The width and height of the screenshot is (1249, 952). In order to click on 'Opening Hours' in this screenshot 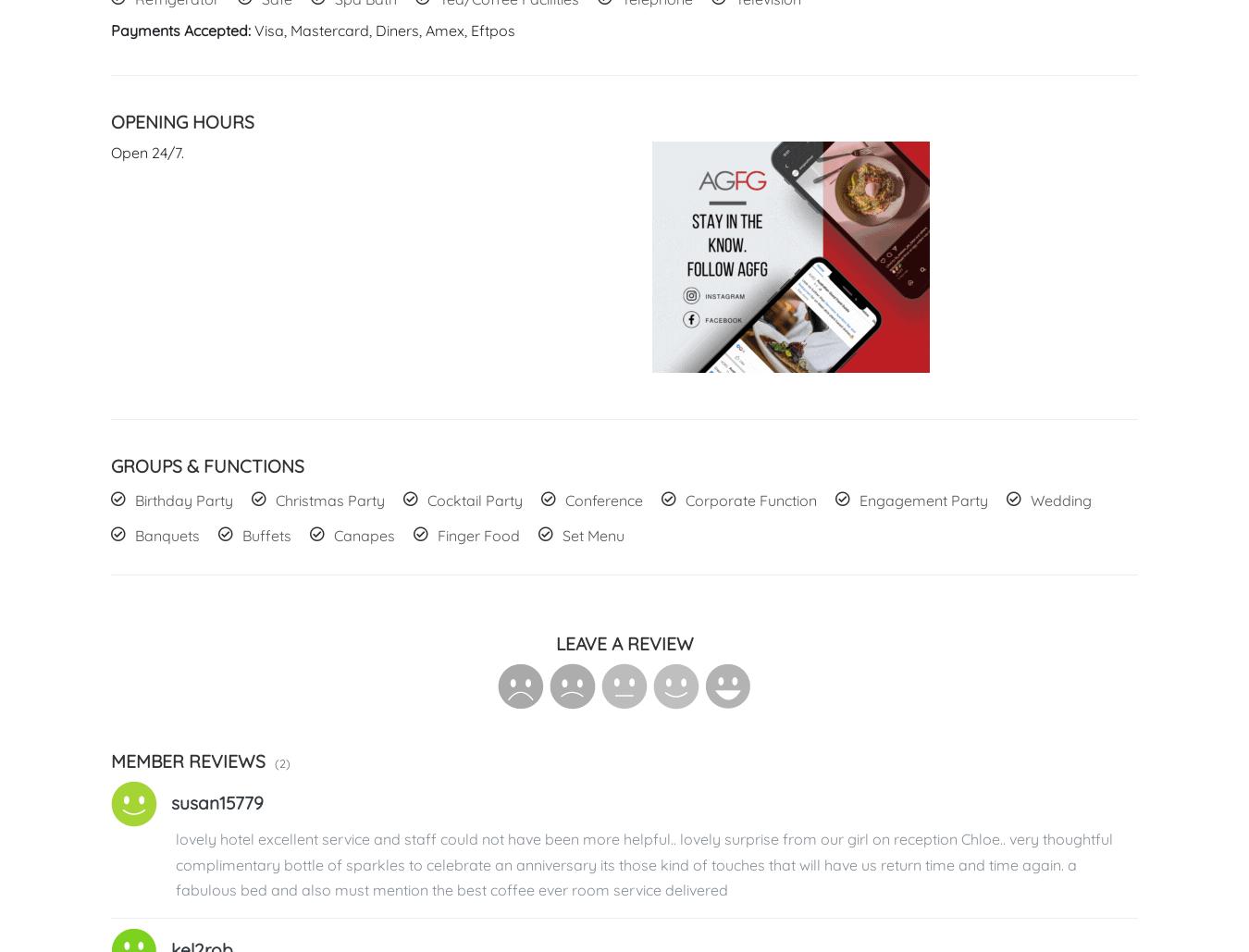, I will do `click(182, 121)`.